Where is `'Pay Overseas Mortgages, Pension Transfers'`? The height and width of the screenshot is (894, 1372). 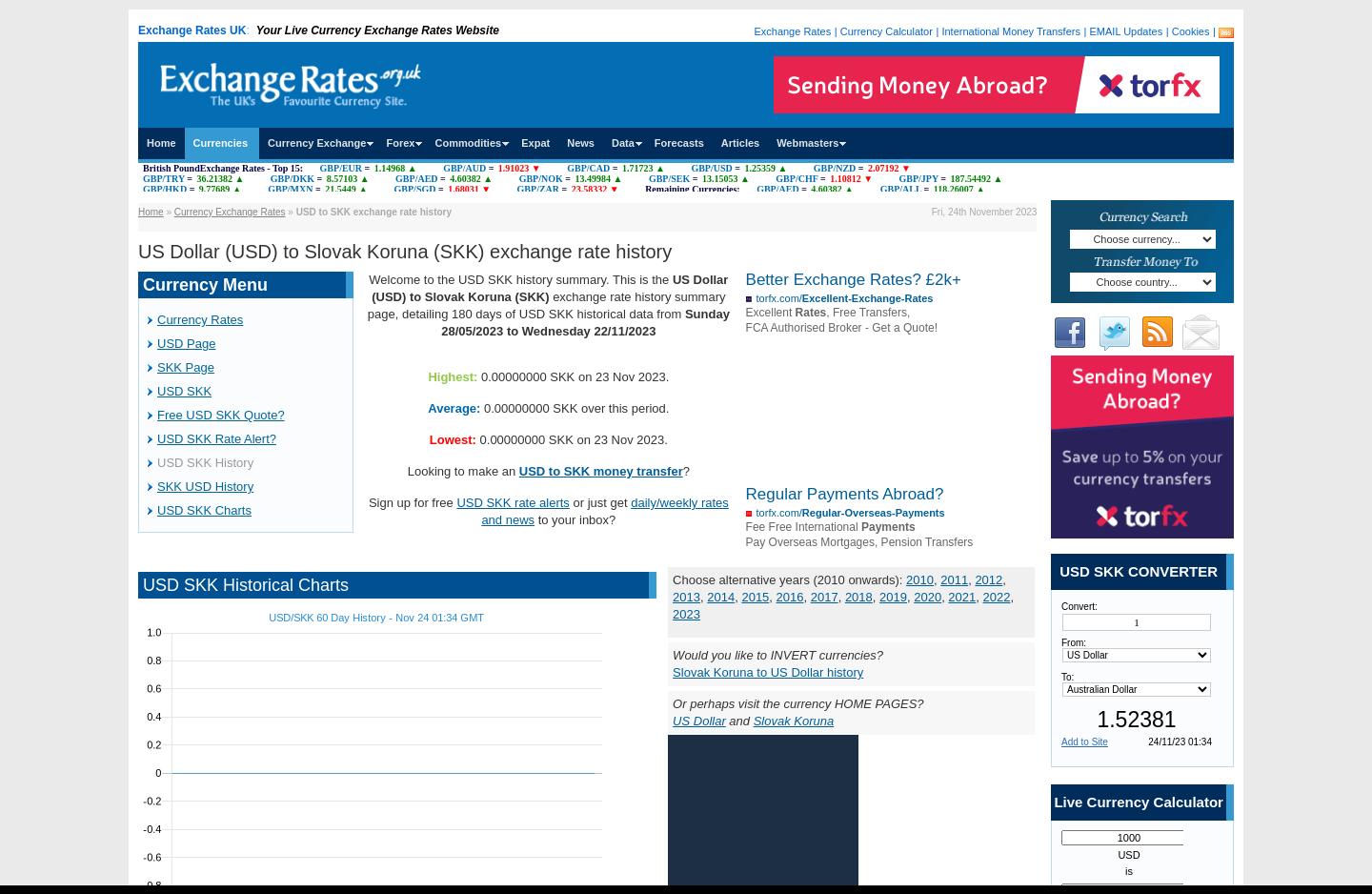
'Pay Overseas Mortgages, Pension Transfers' is located at coordinates (745, 541).